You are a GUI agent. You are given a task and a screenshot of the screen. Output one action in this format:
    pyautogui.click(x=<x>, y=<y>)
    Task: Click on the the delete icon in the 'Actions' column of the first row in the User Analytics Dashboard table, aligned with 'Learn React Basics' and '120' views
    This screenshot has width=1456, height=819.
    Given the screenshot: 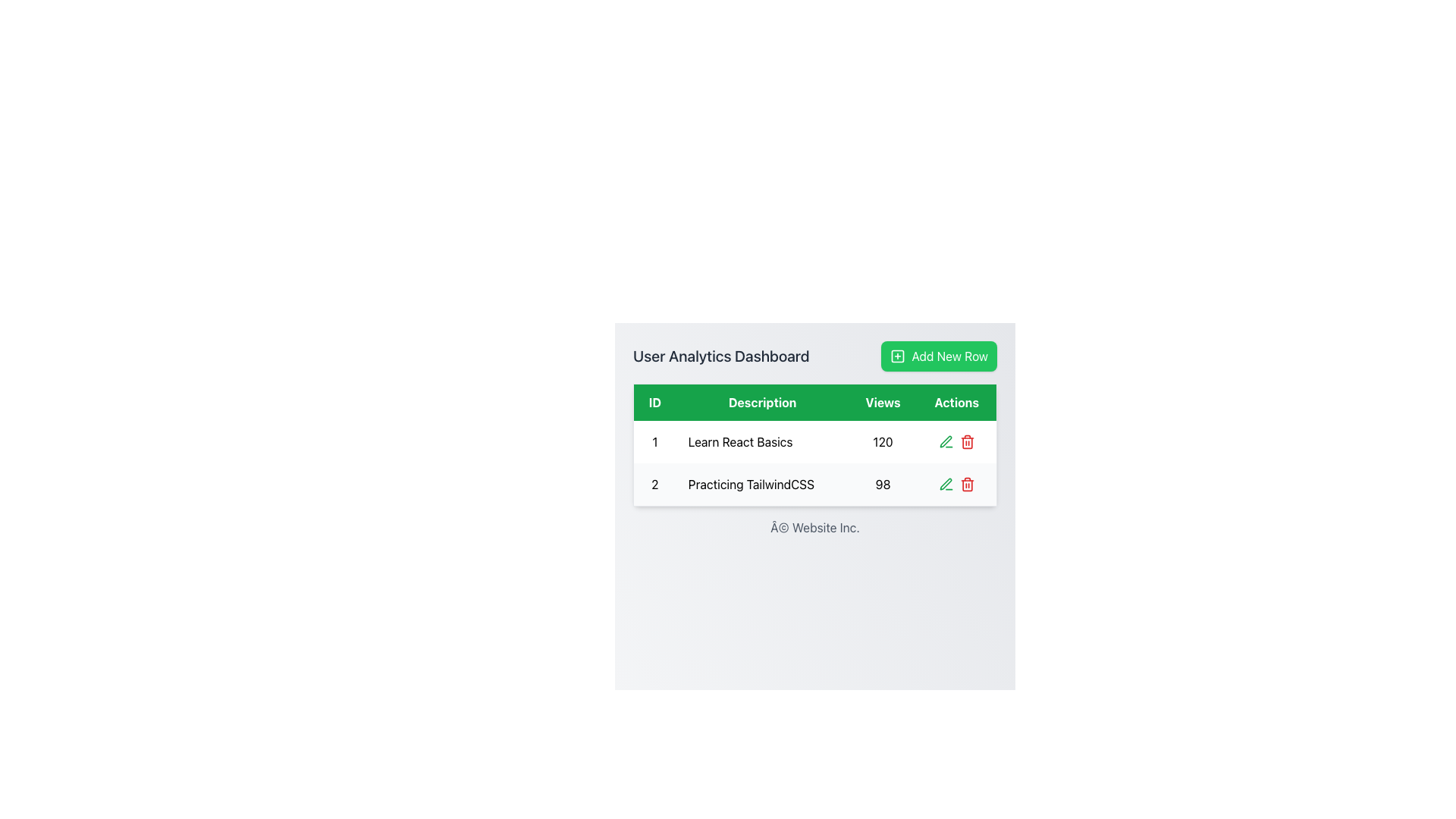 What is the action you would take?
    pyautogui.click(x=956, y=441)
    